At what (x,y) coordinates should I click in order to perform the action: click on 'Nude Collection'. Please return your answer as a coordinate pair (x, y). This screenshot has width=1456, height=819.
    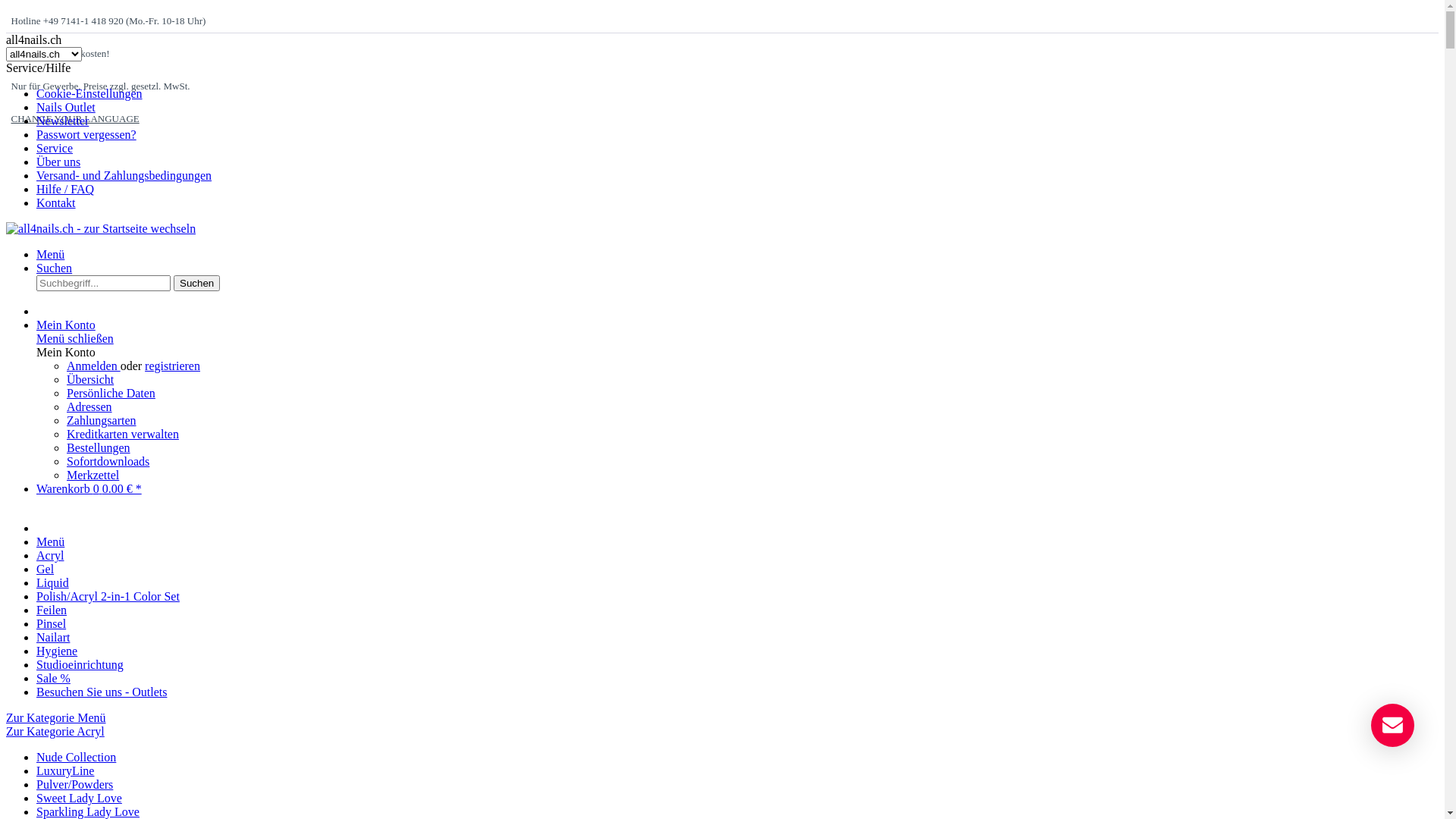
    Looking at the image, I should click on (36, 757).